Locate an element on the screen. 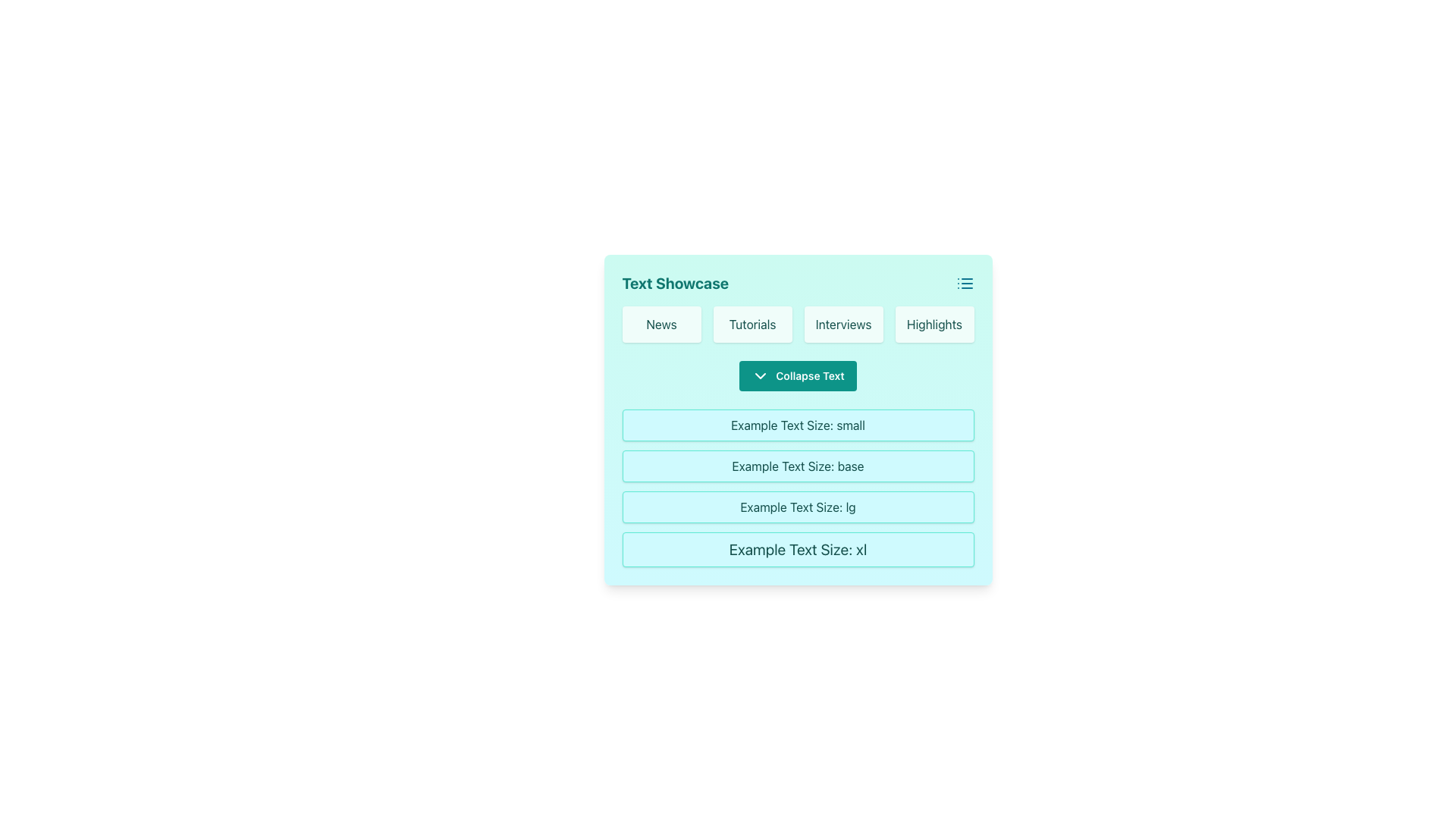 The height and width of the screenshot is (819, 1456). the 'News' button, which is a light teal rounded rectangular button with darker teal text, located below the 'Text Showcase' heading is located at coordinates (661, 324).